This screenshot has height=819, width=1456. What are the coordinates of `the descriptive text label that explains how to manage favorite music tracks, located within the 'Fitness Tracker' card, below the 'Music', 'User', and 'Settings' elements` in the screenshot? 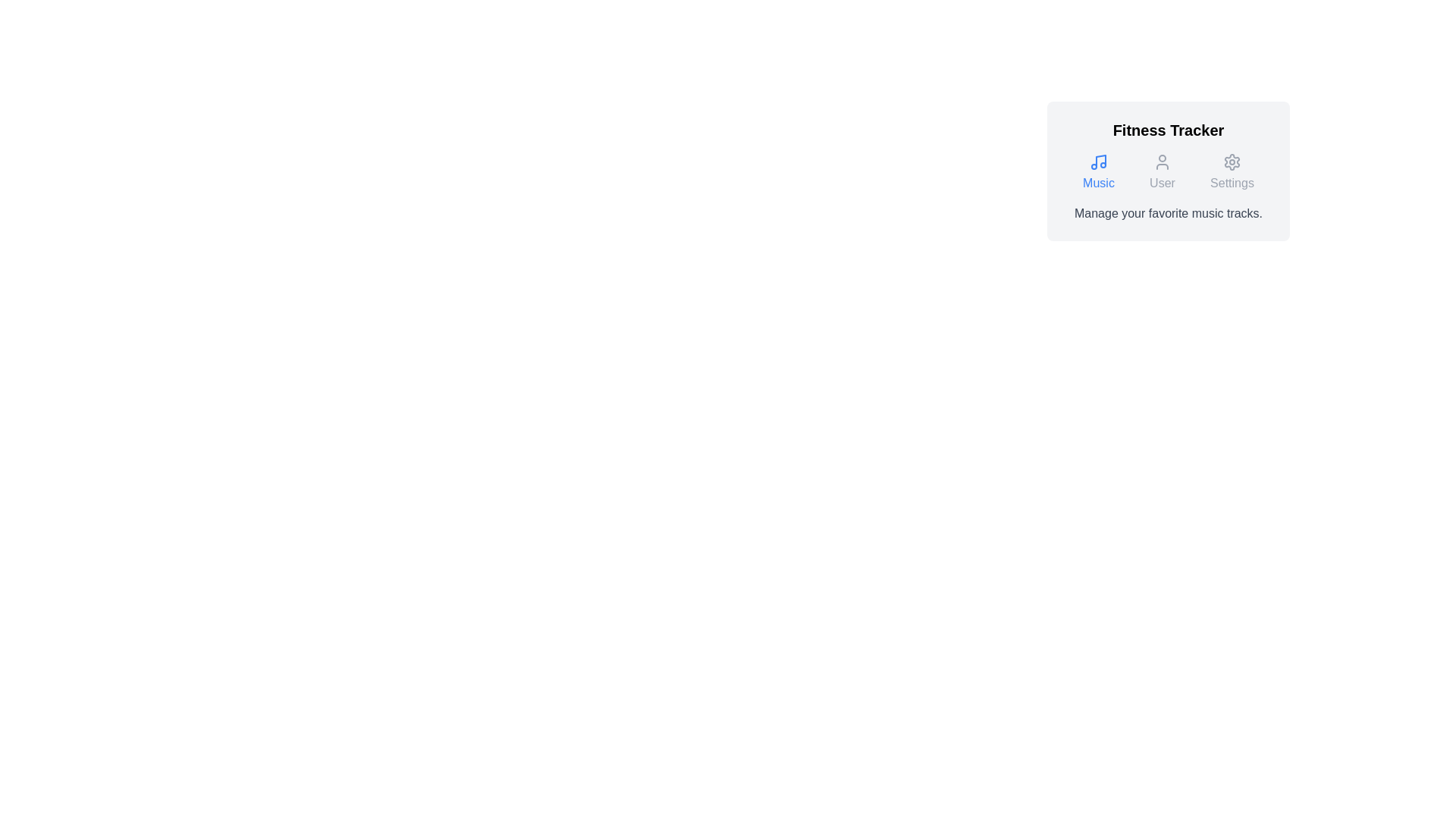 It's located at (1167, 213).